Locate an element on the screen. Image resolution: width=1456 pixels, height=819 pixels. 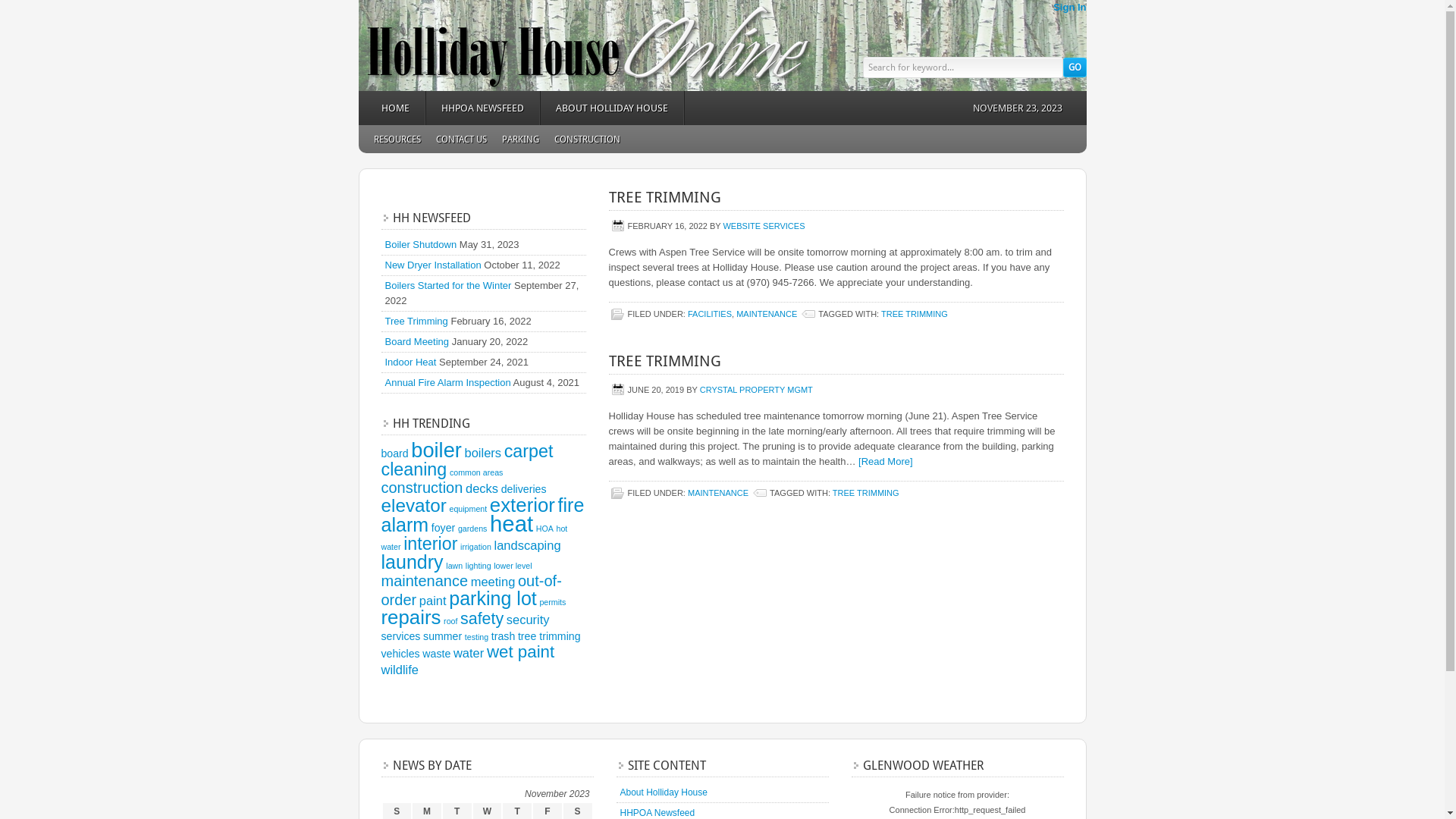
'Boiler Shutdown' is located at coordinates (385, 243).